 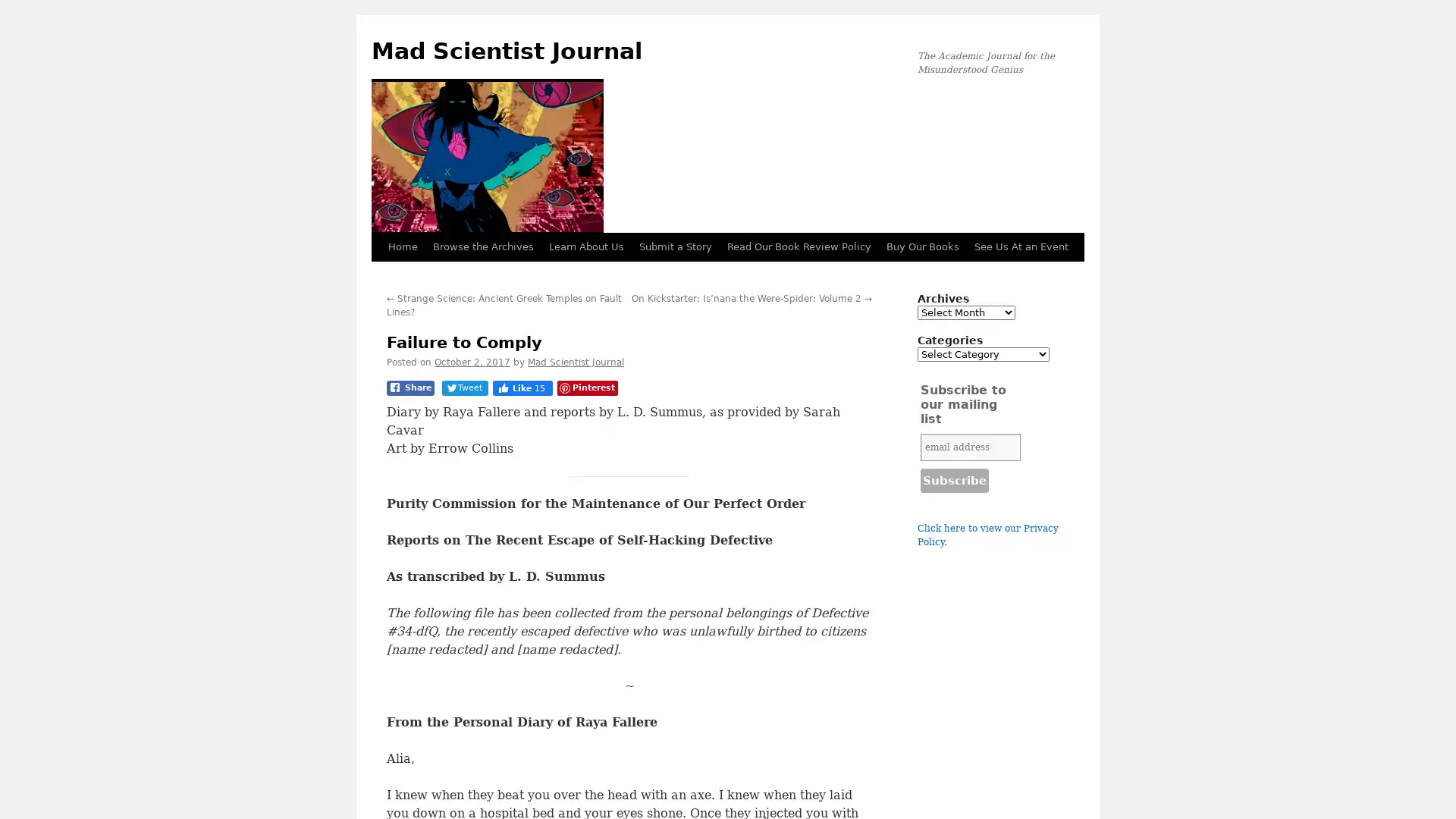 What do you see at coordinates (952, 480) in the screenshot?
I see `Subscribe` at bounding box center [952, 480].